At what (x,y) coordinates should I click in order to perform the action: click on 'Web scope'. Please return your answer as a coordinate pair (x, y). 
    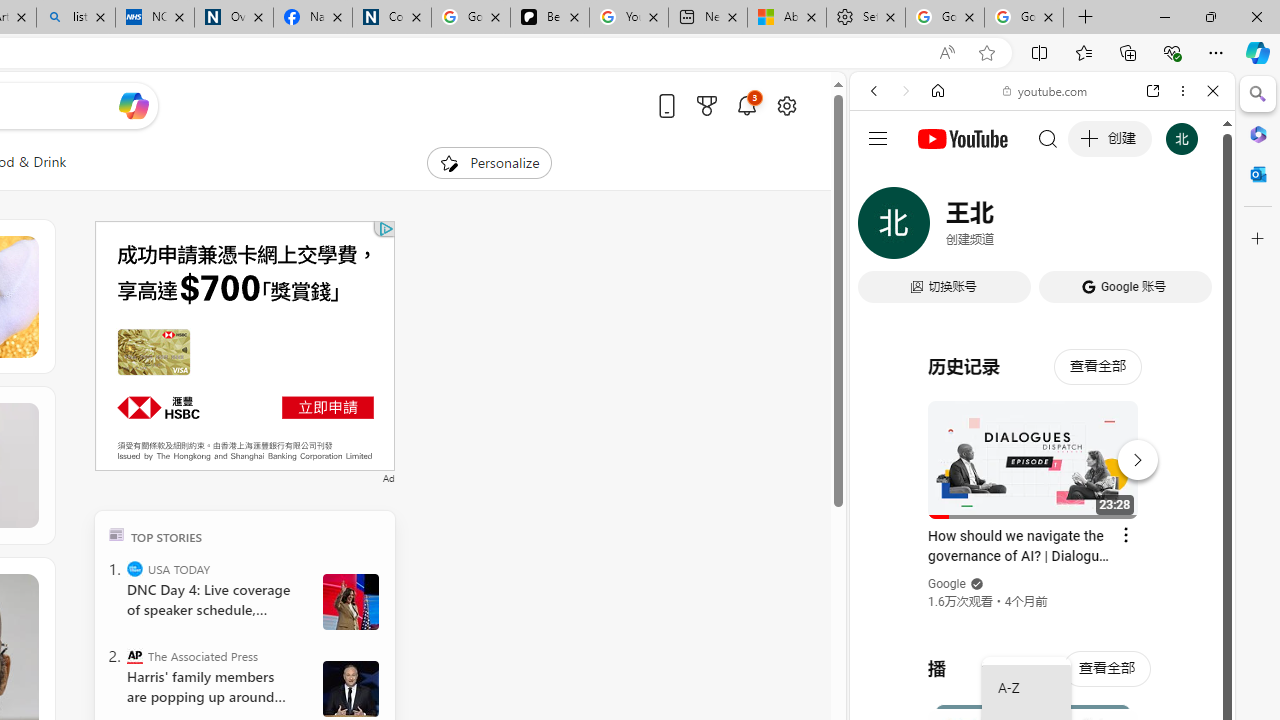
    Looking at the image, I should click on (881, 180).